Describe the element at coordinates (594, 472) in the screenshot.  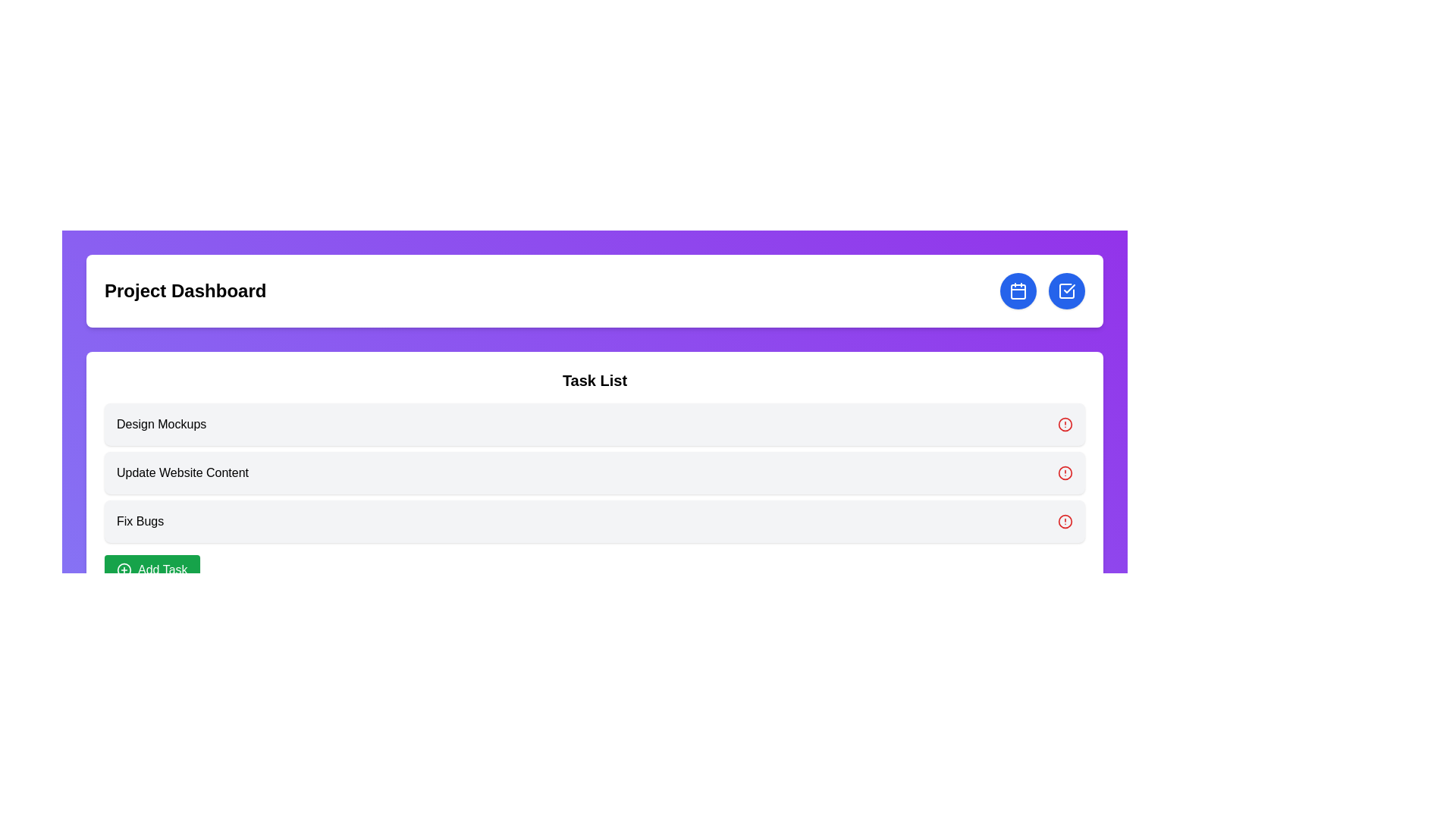
I see `the 'Update Website Content' task item` at that location.